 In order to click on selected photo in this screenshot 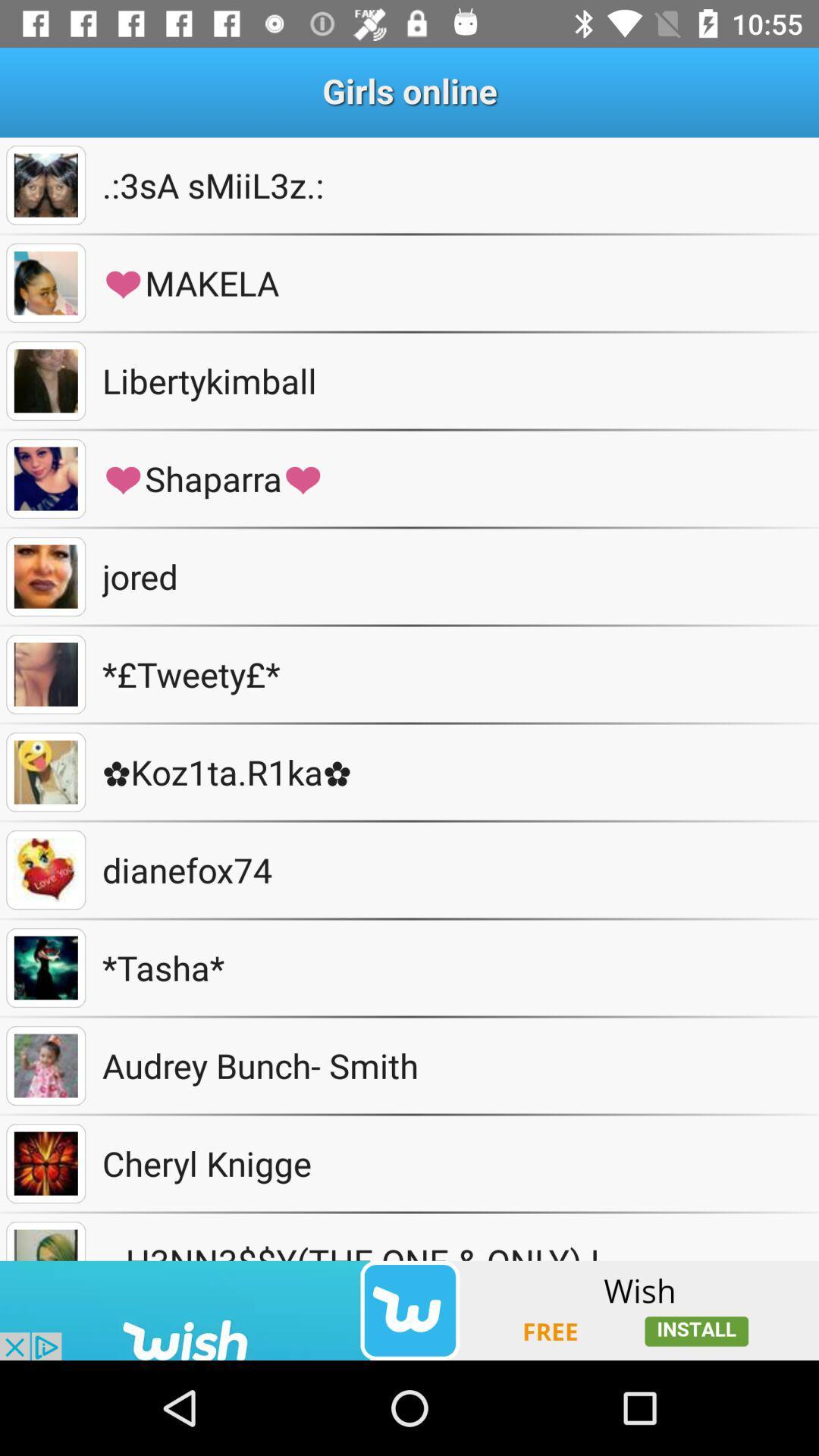, I will do `click(45, 381)`.